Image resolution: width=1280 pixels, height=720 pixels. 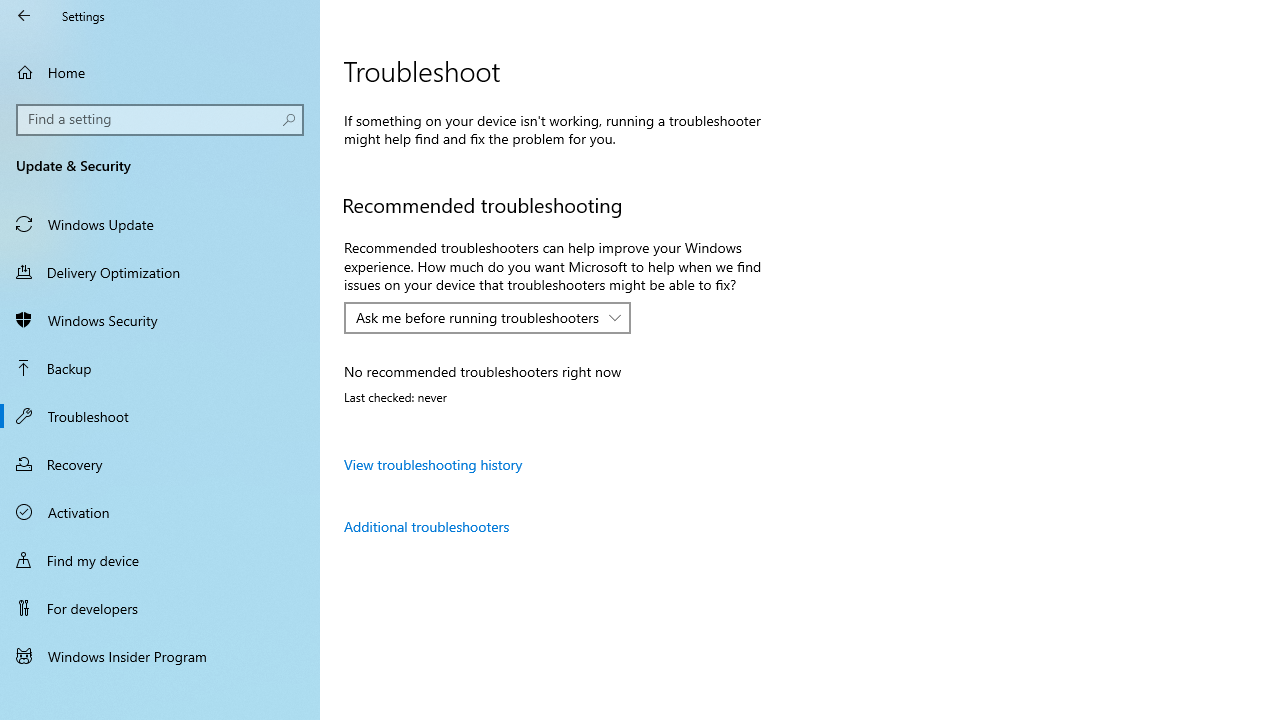 What do you see at coordinates (160, 119) in the screenshot?
I see `'Search box, Find a setting'` at bounding box center [160, 119].